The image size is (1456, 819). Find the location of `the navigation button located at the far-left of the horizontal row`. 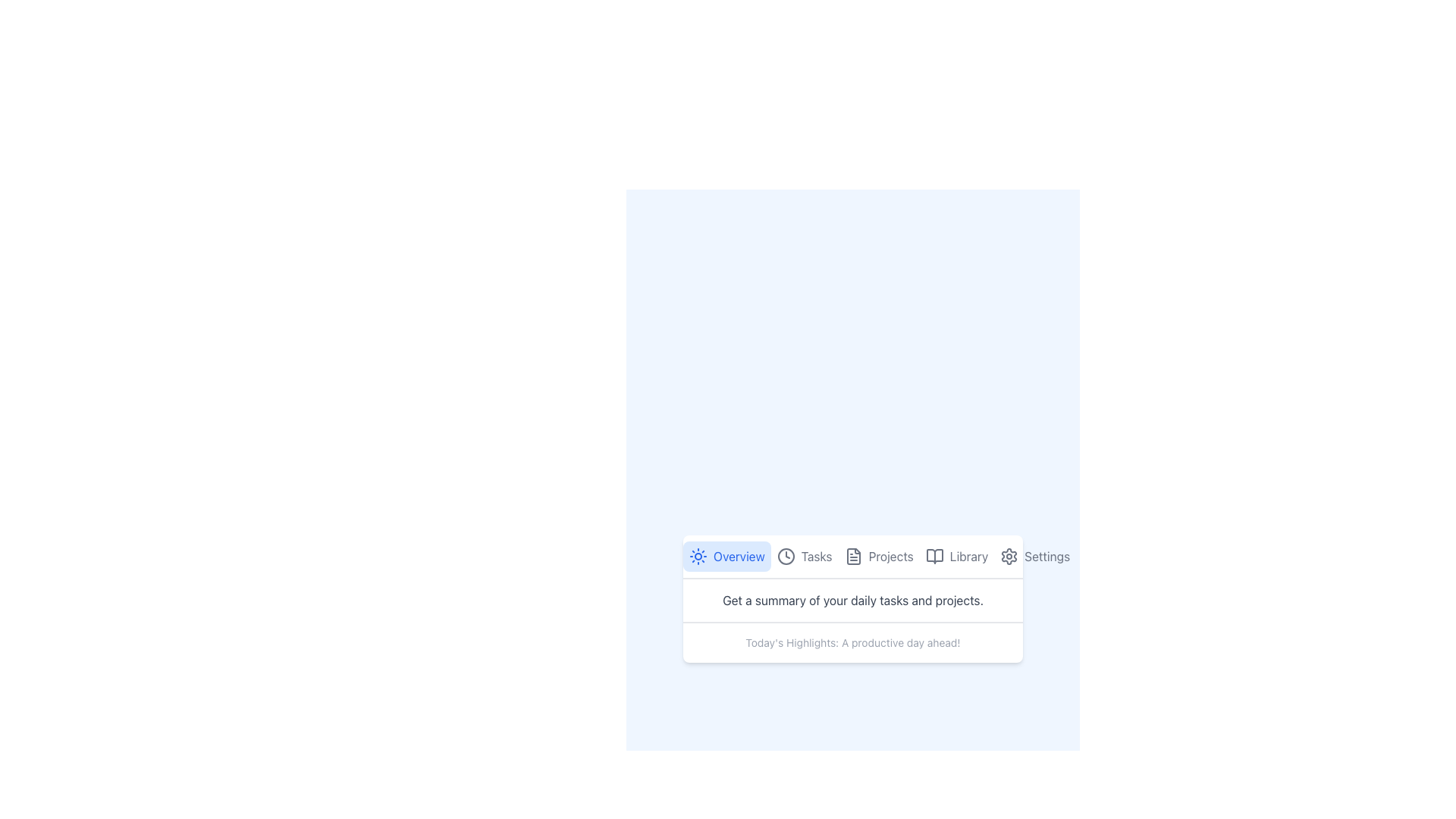

the navigation button located at the far-left of the horizontal row is located at coordinates (726, 556).